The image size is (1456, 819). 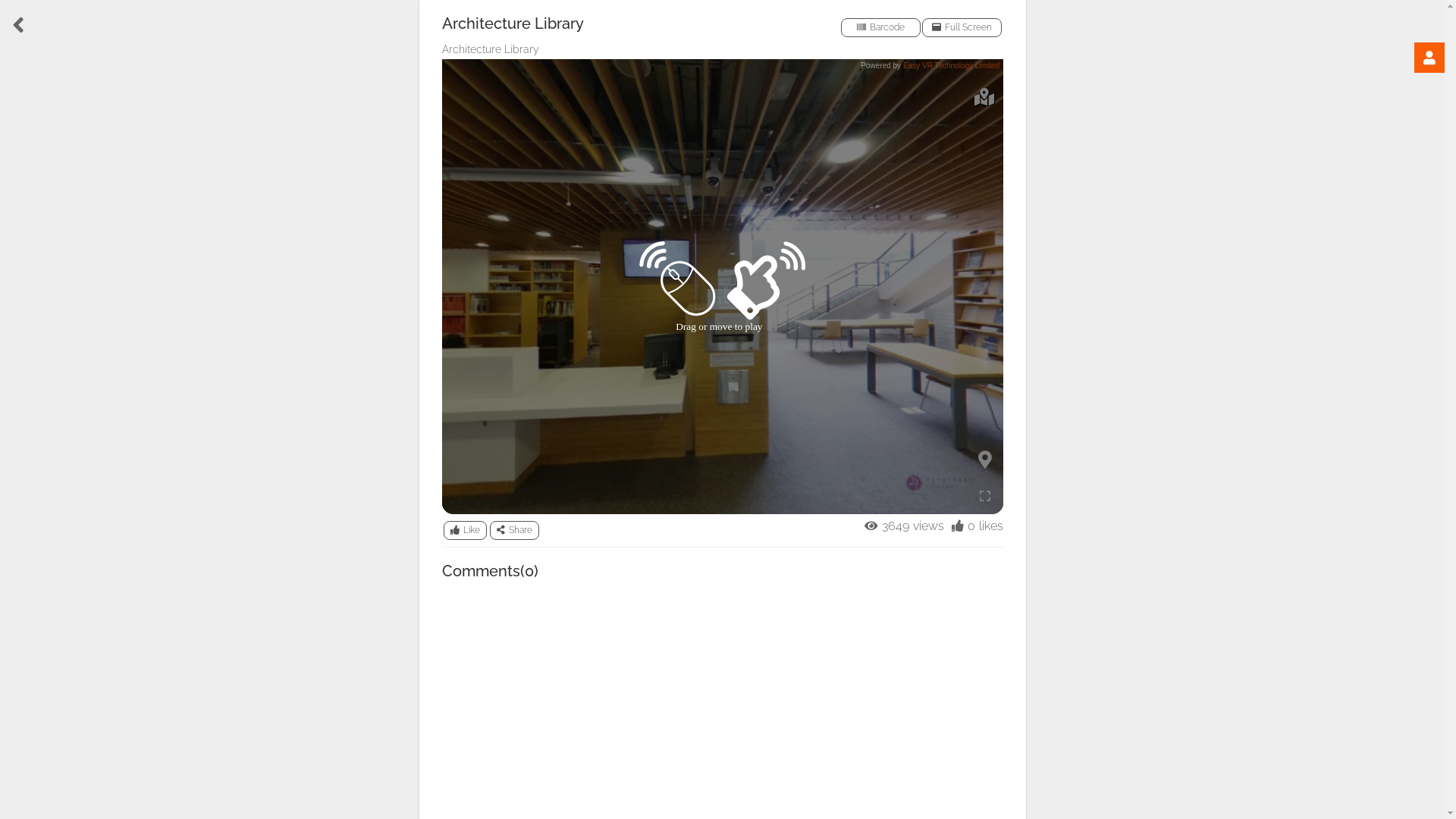 What do you see at coordinates (36, 449) in the screenshot?
I see `'TRAVEL'` at bounding box center [36, 449].